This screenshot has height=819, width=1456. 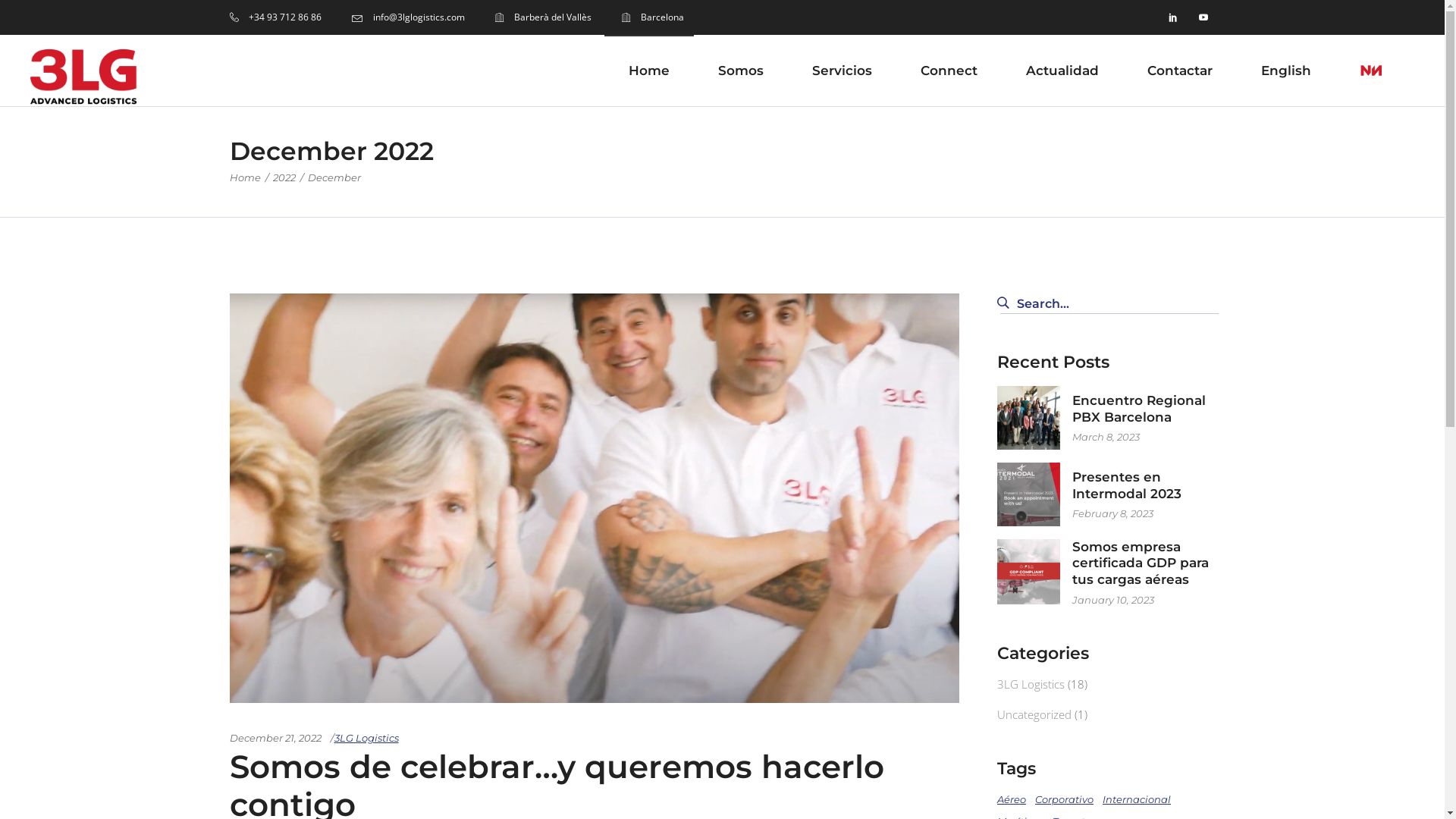 What do you see at coordinates (1136, 799) in the screenshot?
I see `'Internacional'` at bounding box center [1136, 799].